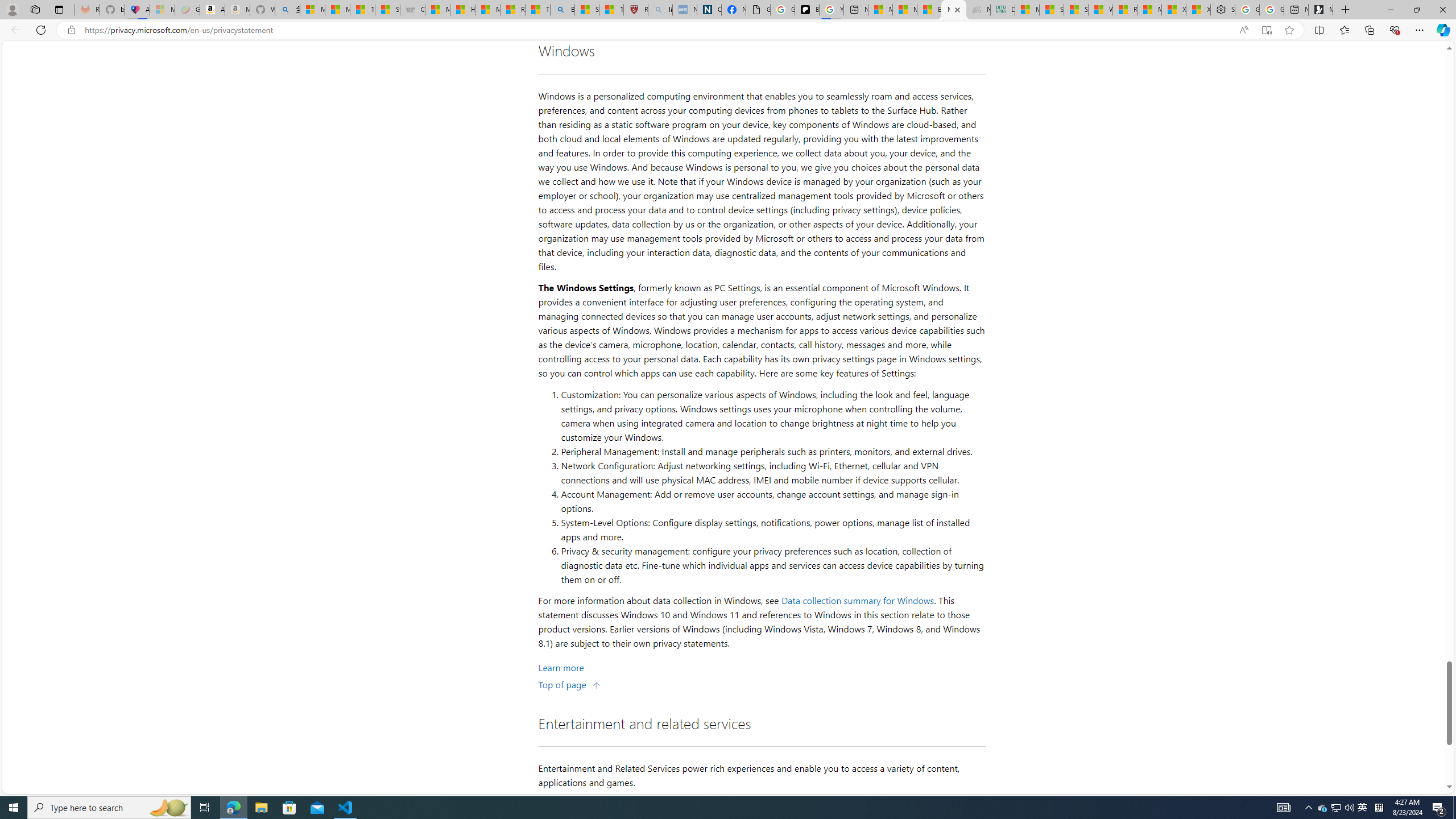 The height and width of the screenshot is (819, 1456). I want to click on 'Data collection summary for Windows', so click(857, 601).